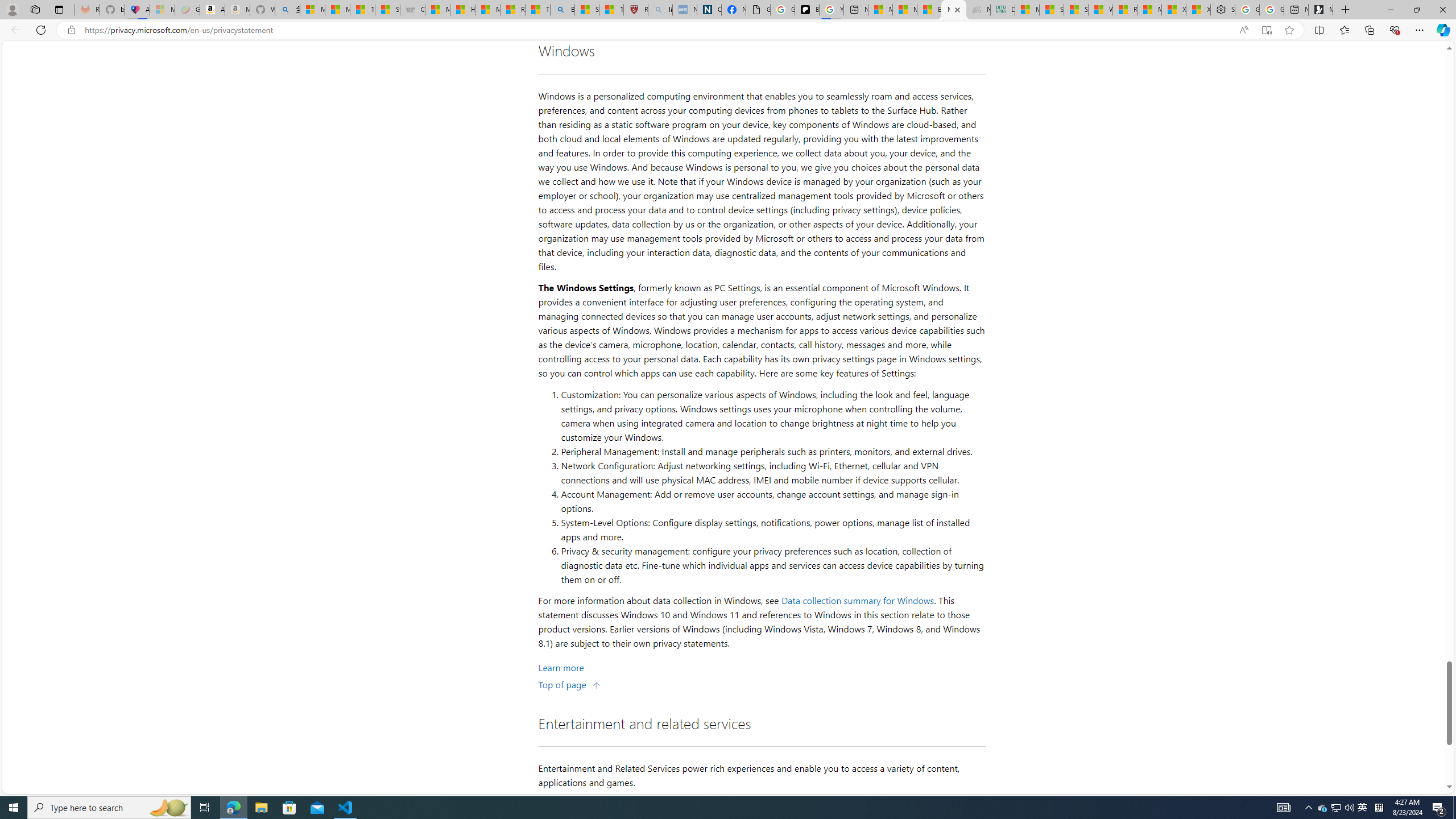 The height and width of the screenshot is (819, 1456). I want to click on 'Data collection summary for Windows', so click(857, 601).